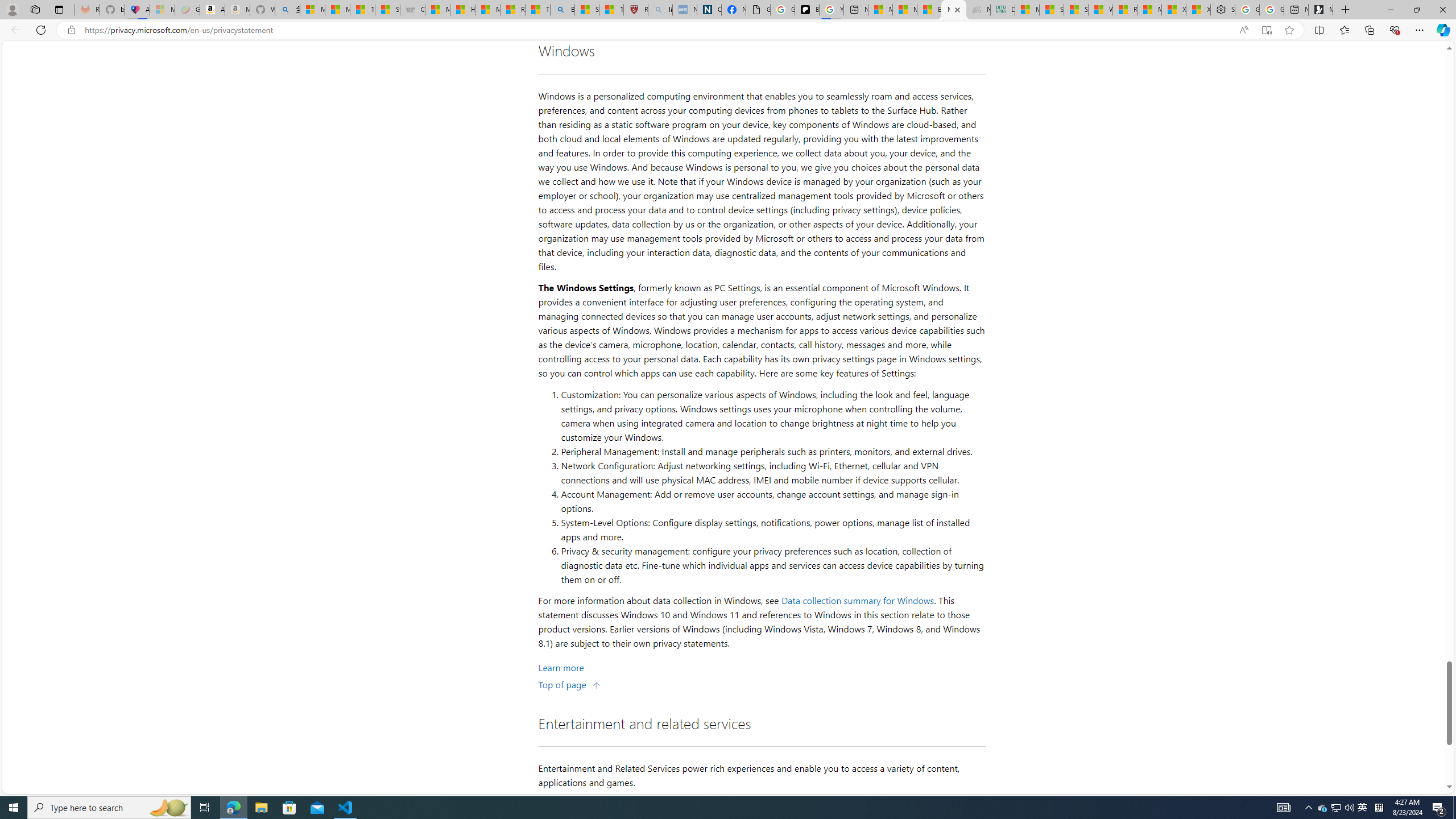 The height and width of the screenshot is (819, 1456). I want to click on 'Data collection summary for Windows', so click(857, 601).